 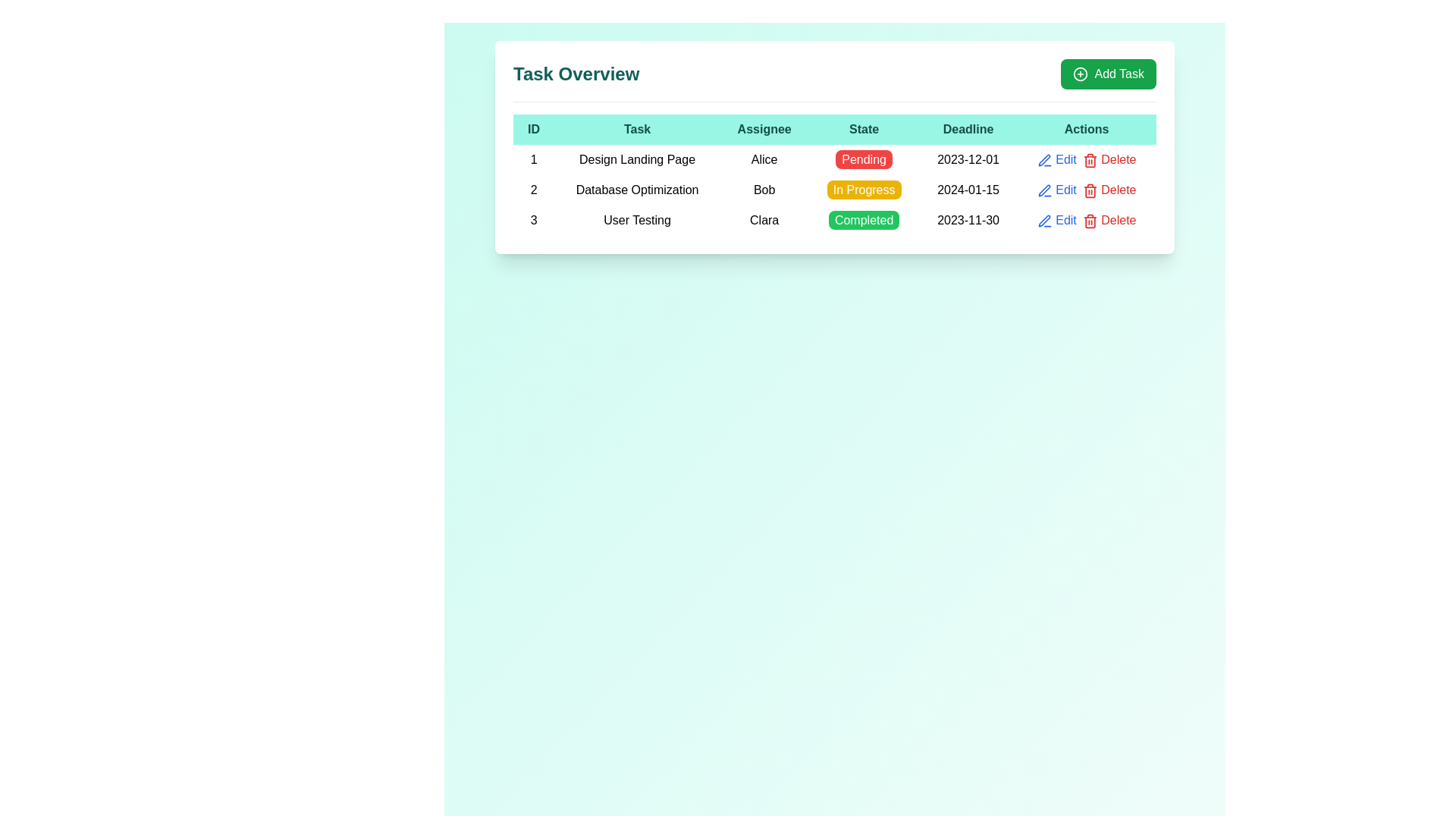 I want to click on the red 'Delete' hyperlink with trash bin icon in the 'Actions' column of the third row, so click(x=1109, y=160).